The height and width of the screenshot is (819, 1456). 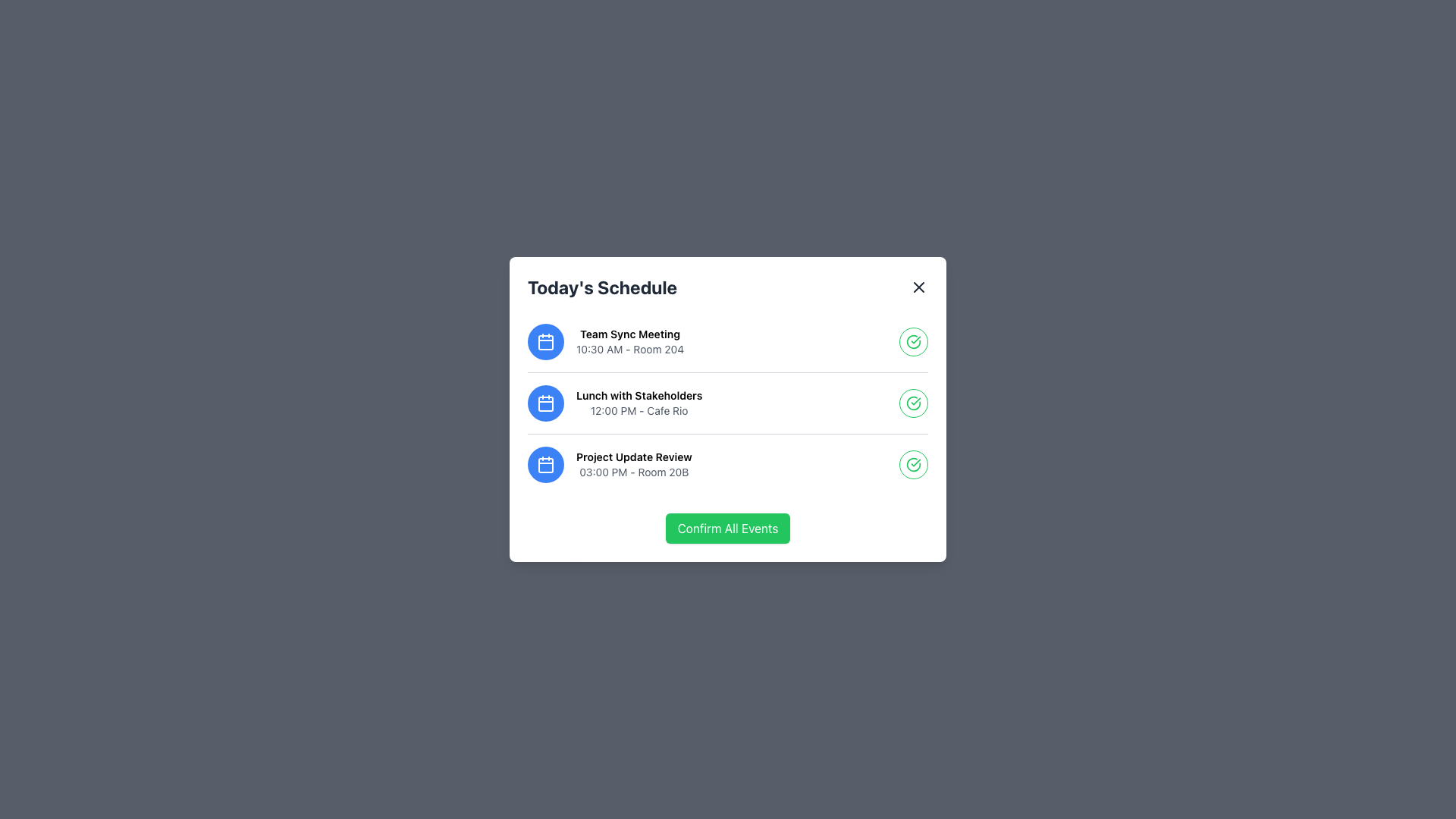 I want to click on the SVG rectangle element that serves as the background of the calendar icon for the event item 'Project Update Review', so click(x=546, y=464).